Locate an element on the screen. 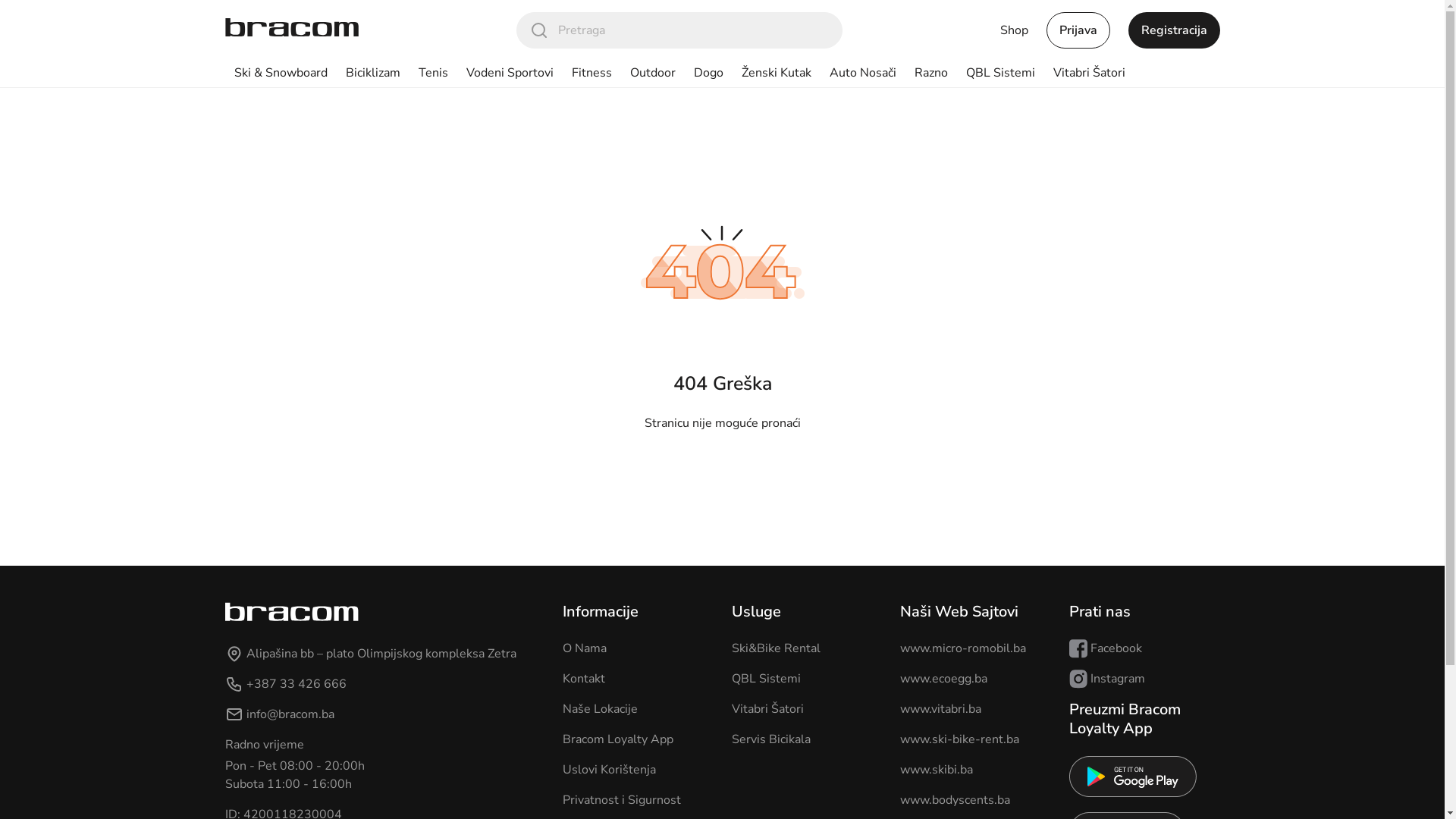 This screenshot has width=1456, height=819. 'QBL Sistemi' is located at coordinates (765, 677).